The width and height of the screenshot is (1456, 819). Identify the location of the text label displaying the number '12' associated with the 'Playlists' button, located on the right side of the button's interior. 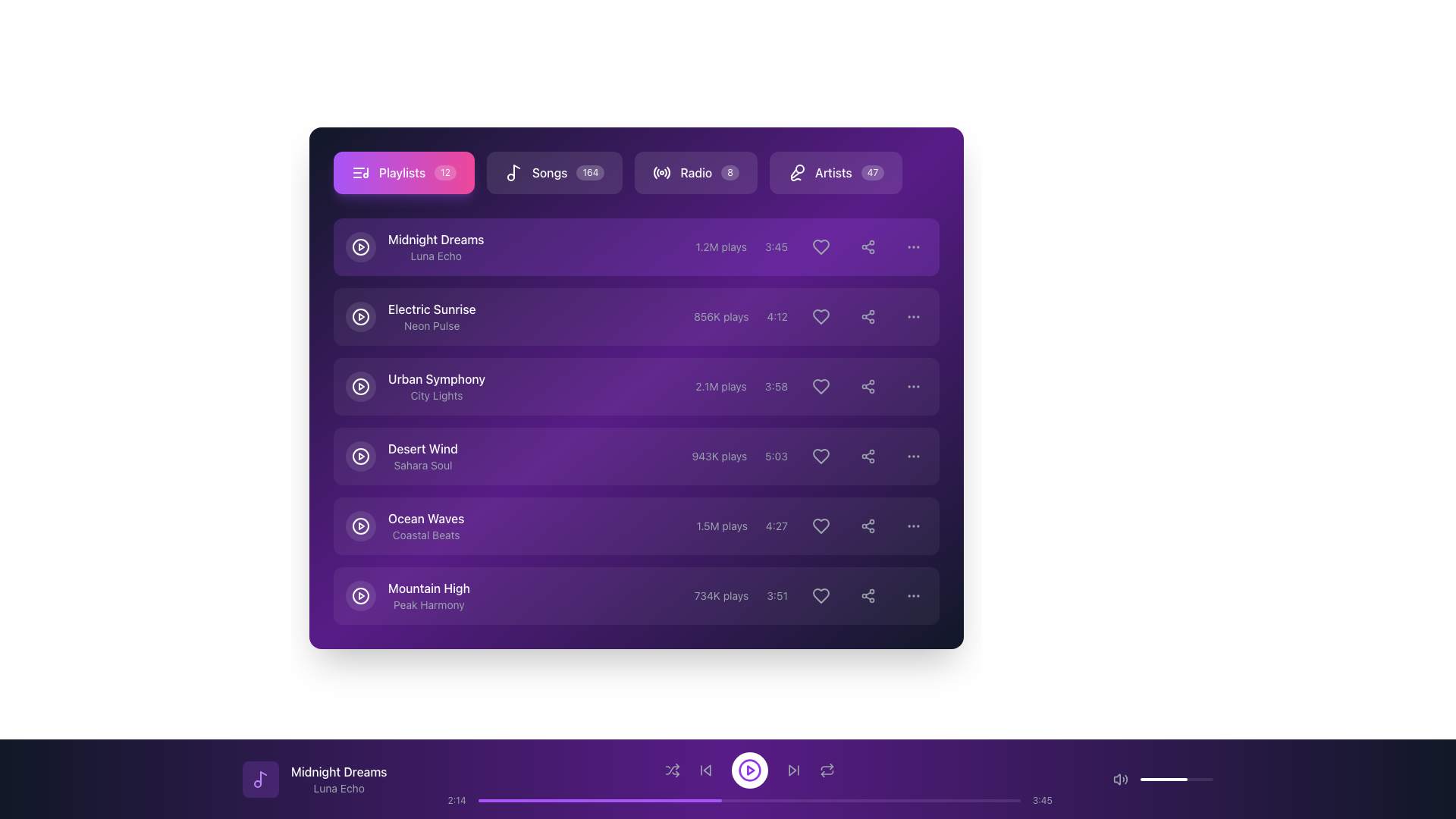
(444, 171).